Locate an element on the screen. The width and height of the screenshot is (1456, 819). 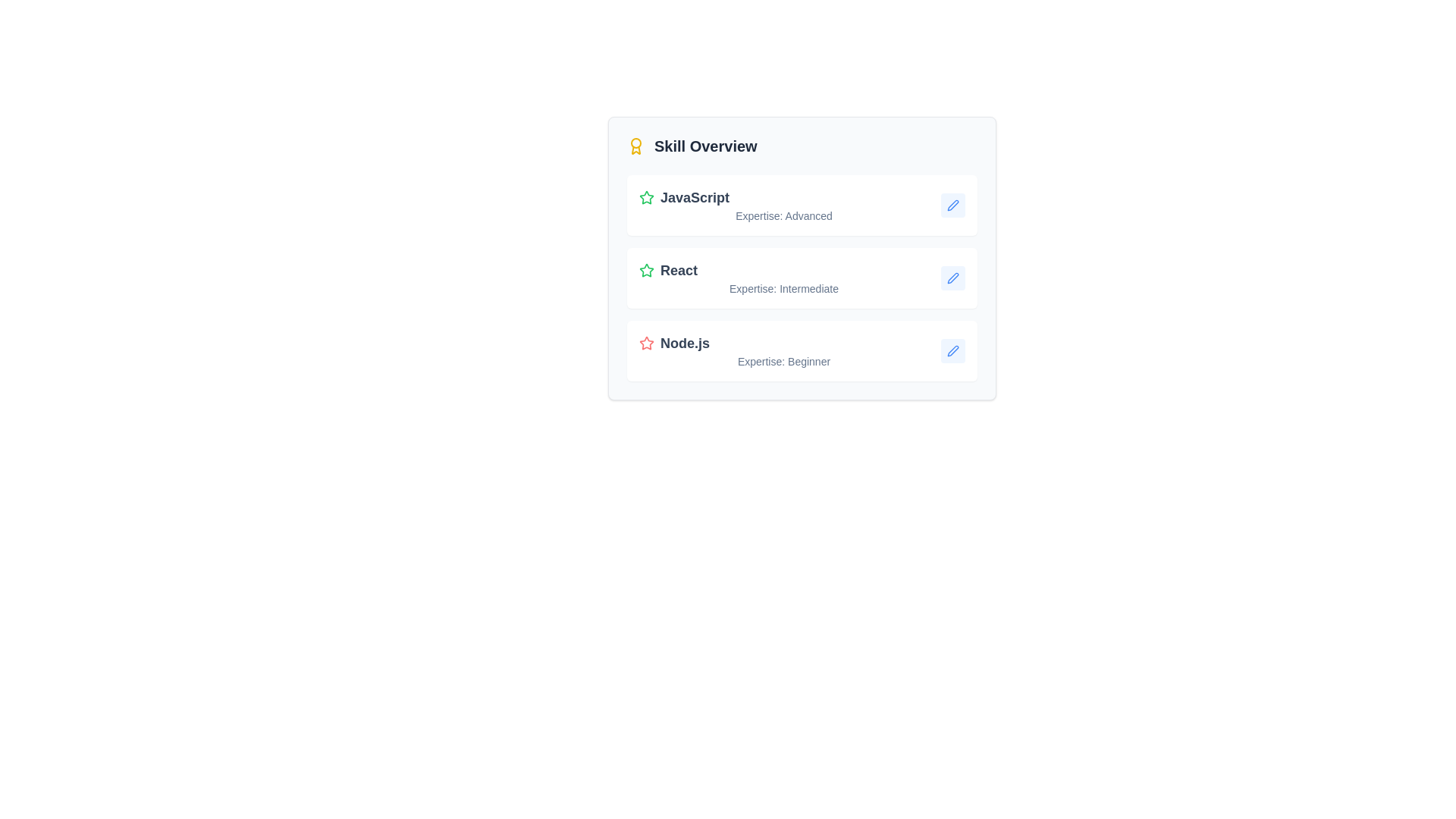
the Decorative SVG component that is the lower part of the award icon in the 'Skill Overview' section, located at the top left of the interface is located at coordinates (636, 150).